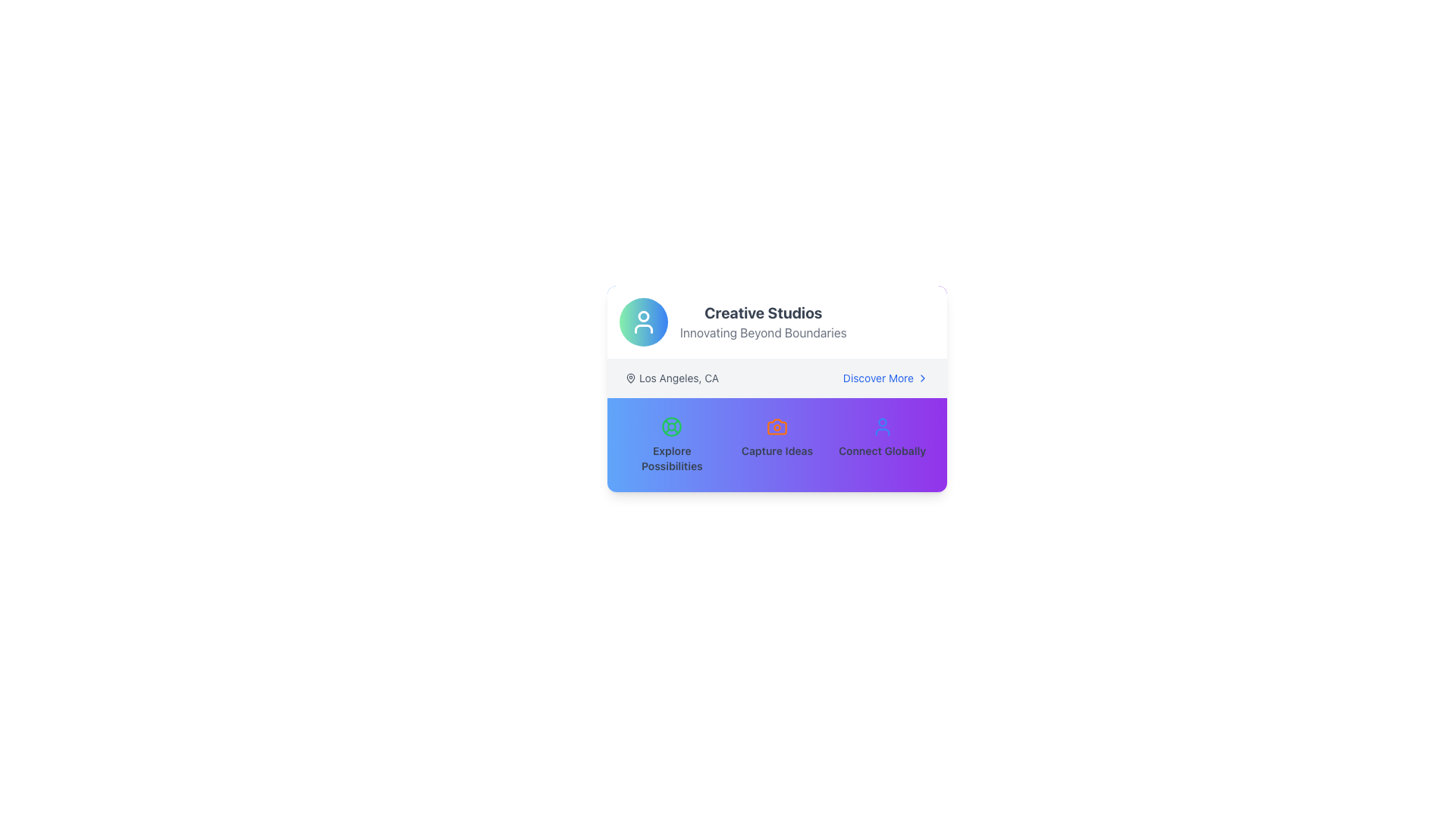  I want to click on heading text 'Creative Studios' displayed prominently at the top-center of the card interface, so click(763, 312).